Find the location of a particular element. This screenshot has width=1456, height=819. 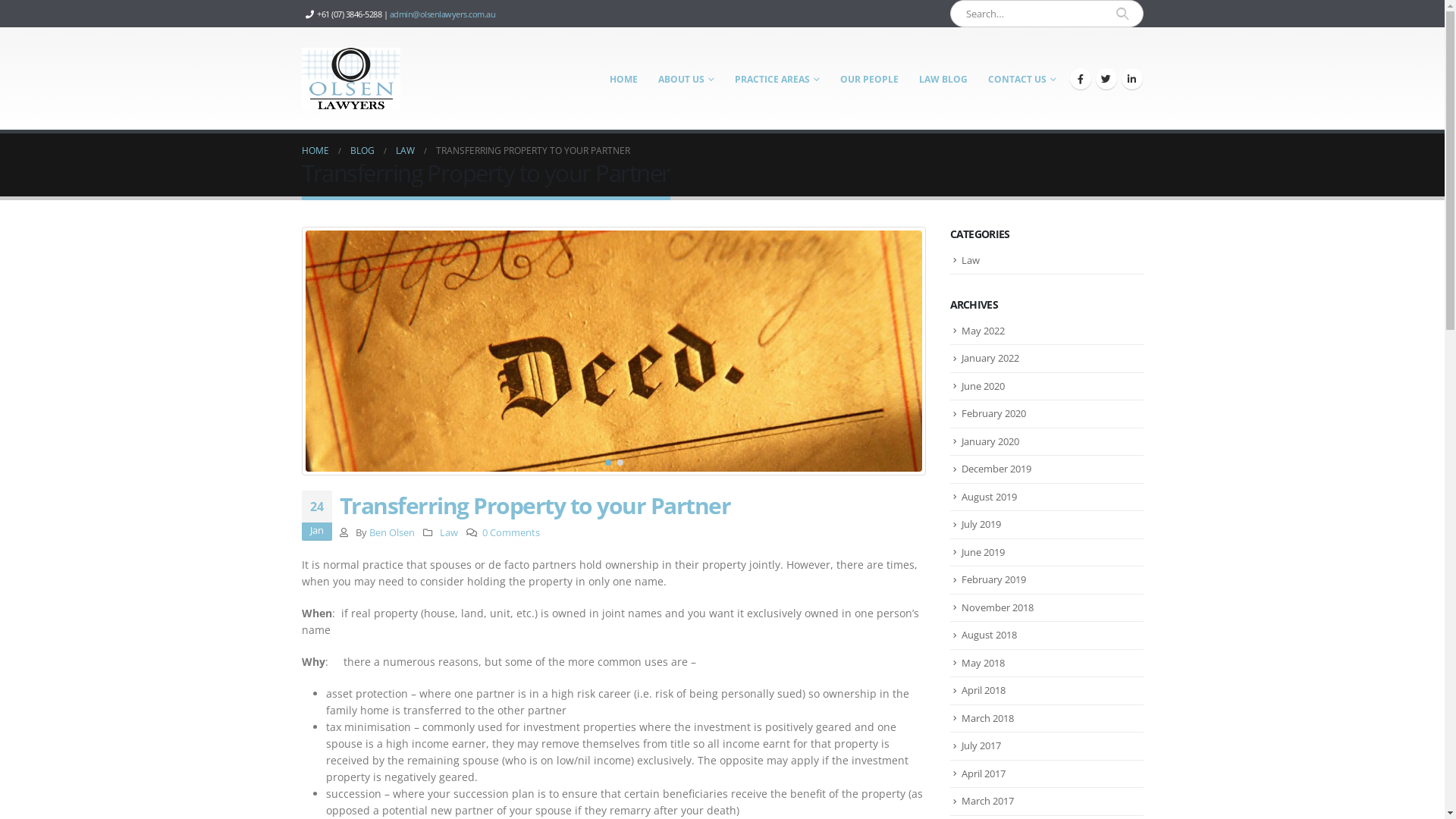

'BLOG' is located at coordinates (349, 151).